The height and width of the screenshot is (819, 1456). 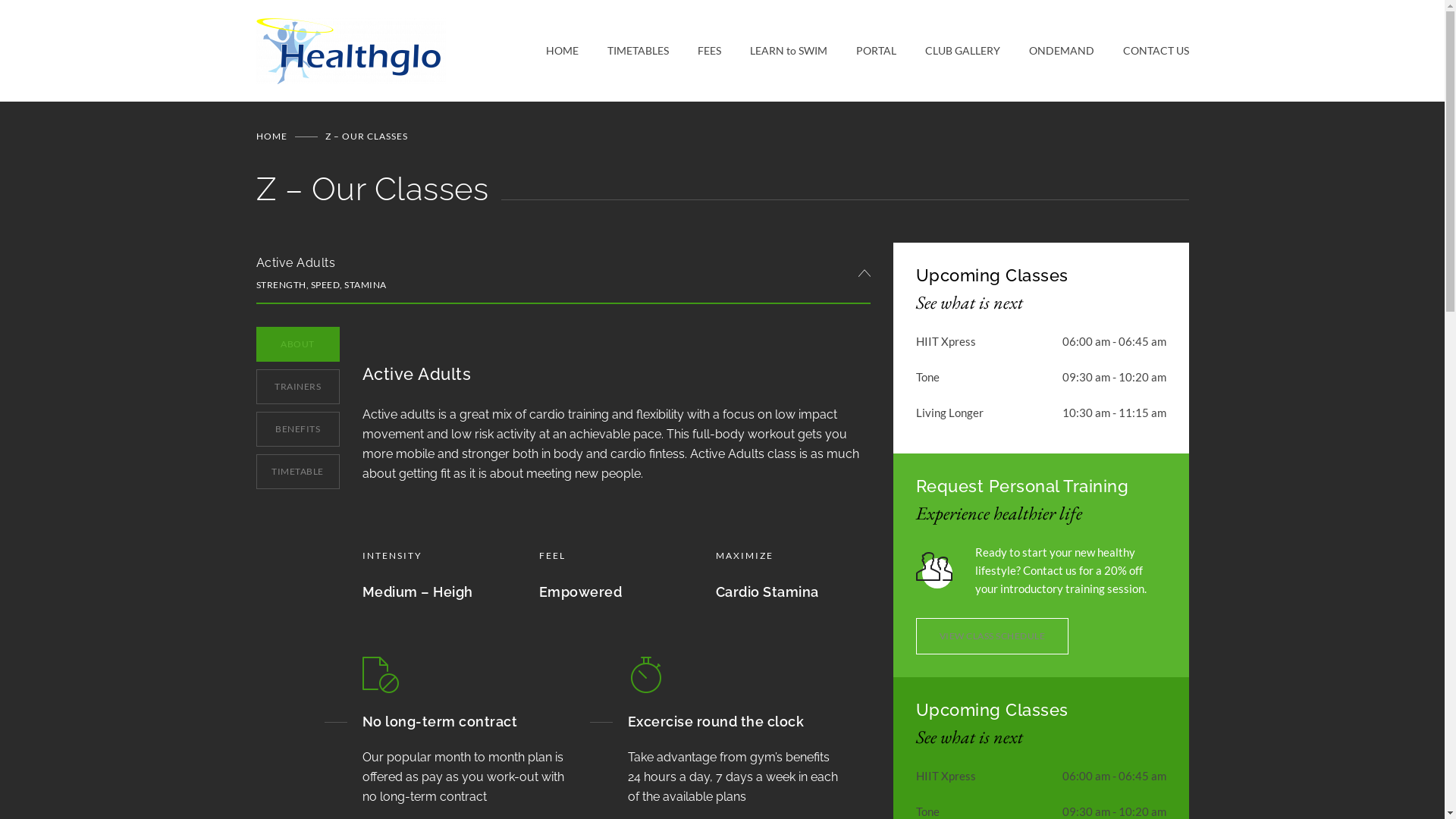 What do you see at coordinates (271, 135) in the screenshot?
I see `'HOME'` at bounding box center [271, 135].